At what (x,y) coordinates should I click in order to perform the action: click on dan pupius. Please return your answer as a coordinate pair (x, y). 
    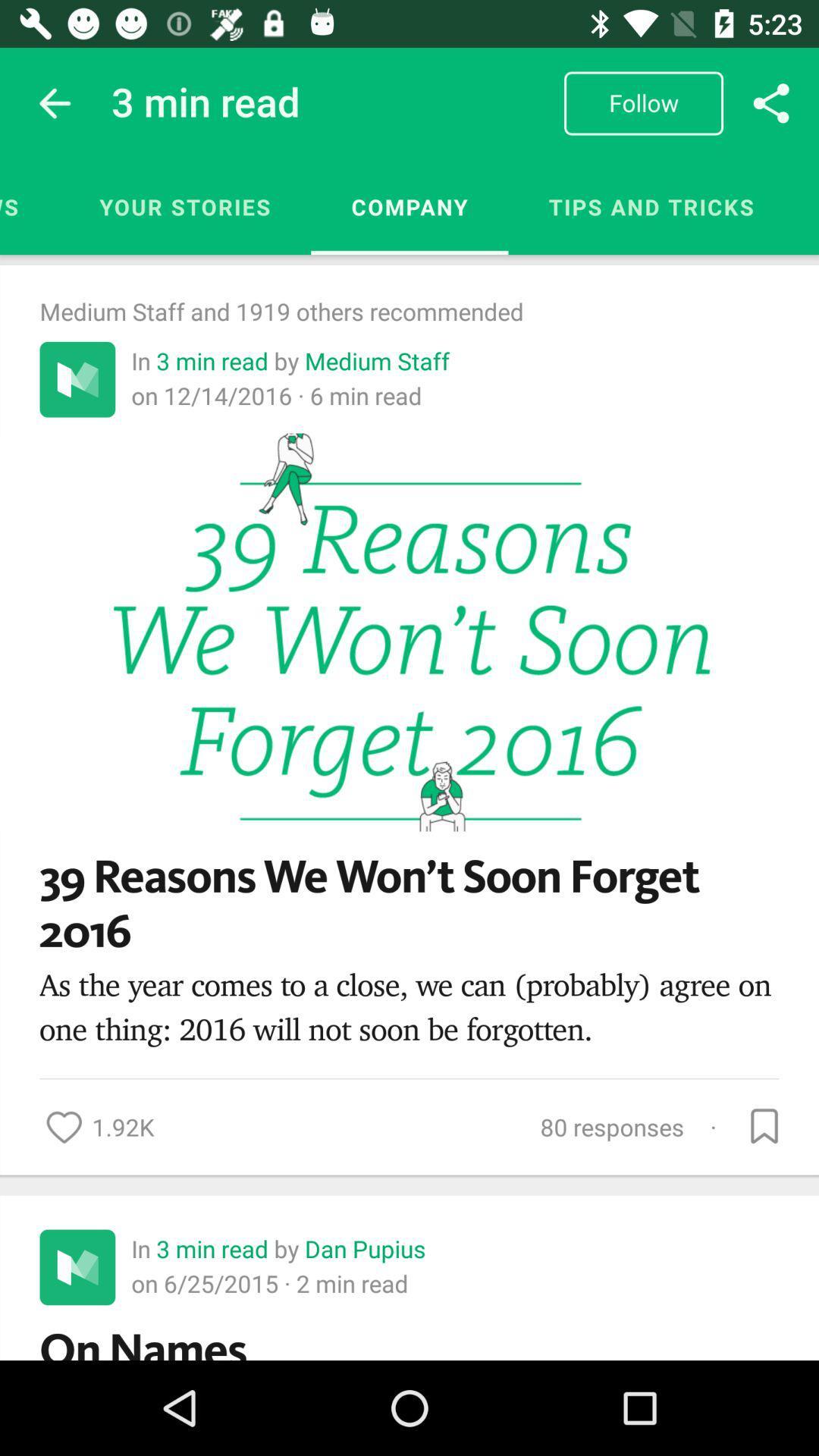
    Looking at the image, I should click on (366, 1248).